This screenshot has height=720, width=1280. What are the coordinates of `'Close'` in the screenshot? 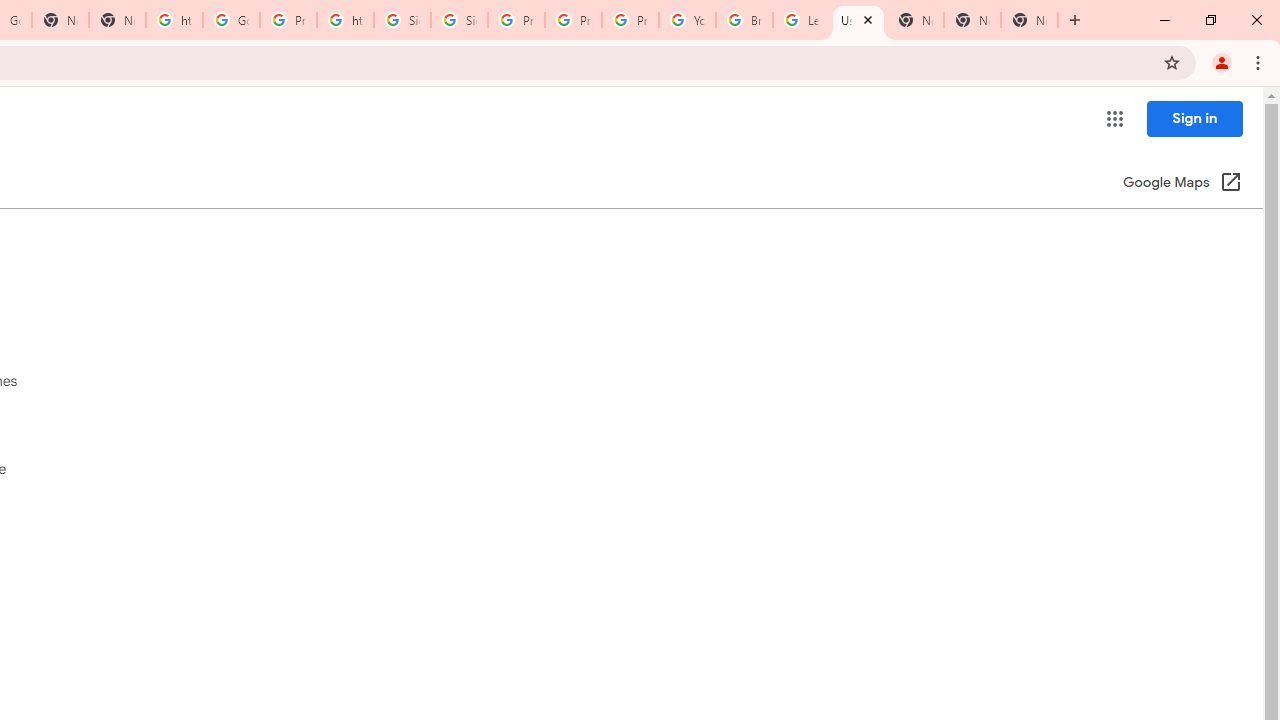 It's located at (867, 19).